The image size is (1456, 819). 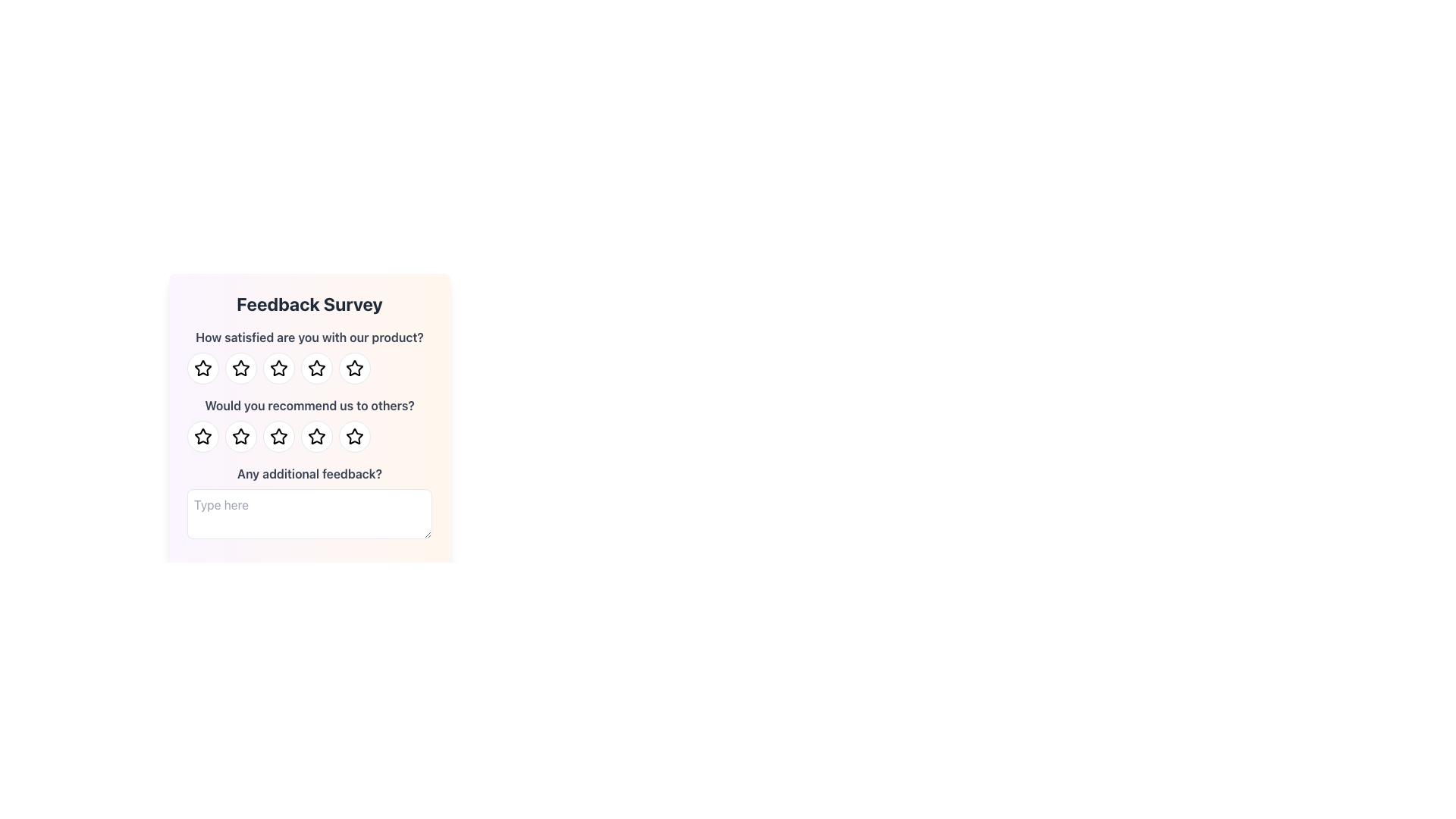 What do you see at coordinates (315, 369) in the screenshot?
I see `the fifth star rating button in the 'How satisfied are you with our product?' section` at bounding box center [315, 369].